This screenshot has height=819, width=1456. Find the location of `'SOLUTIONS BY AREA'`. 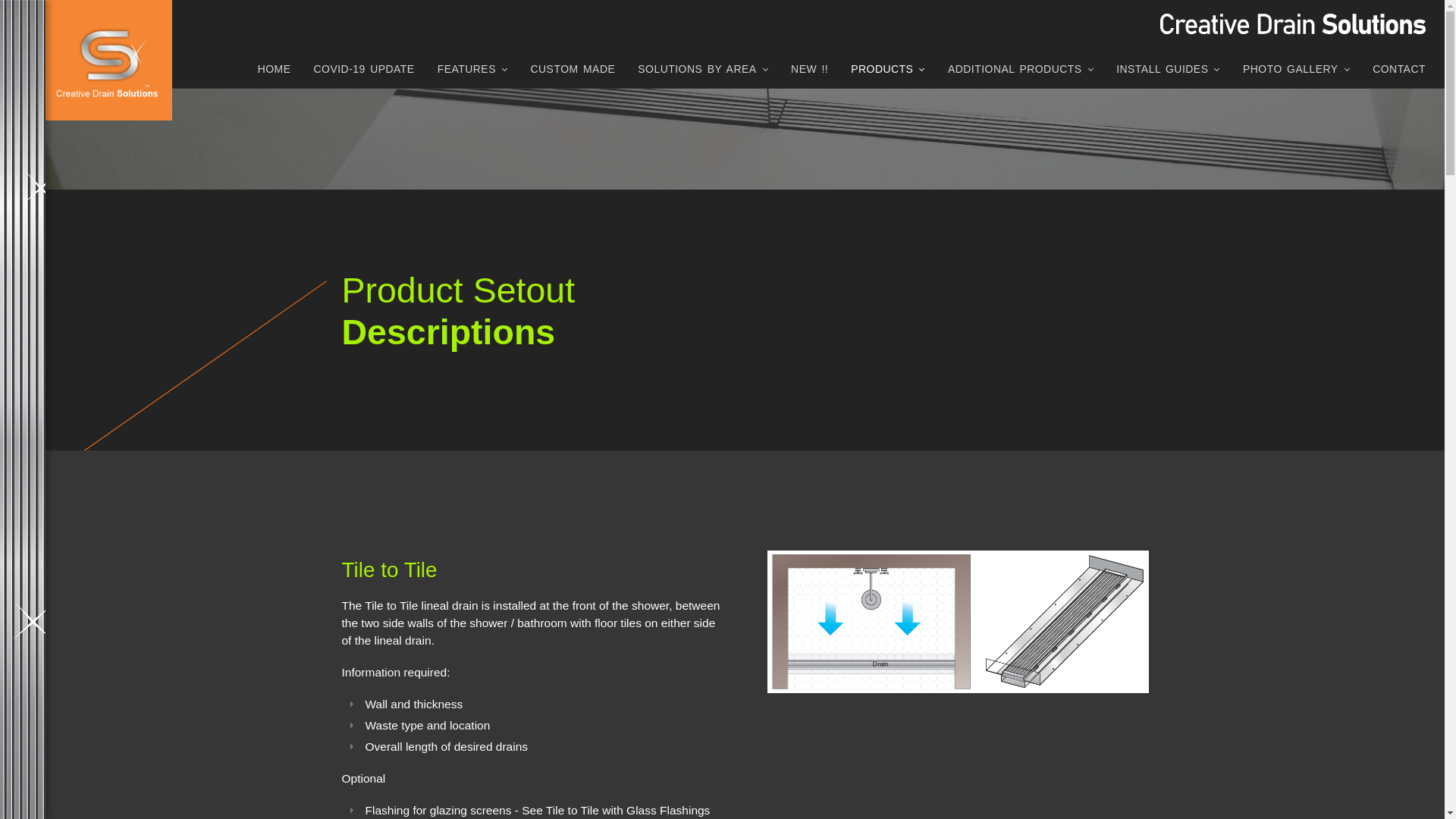

'SOLUTIONS BY AREA' is located at coordinates (701, 72).